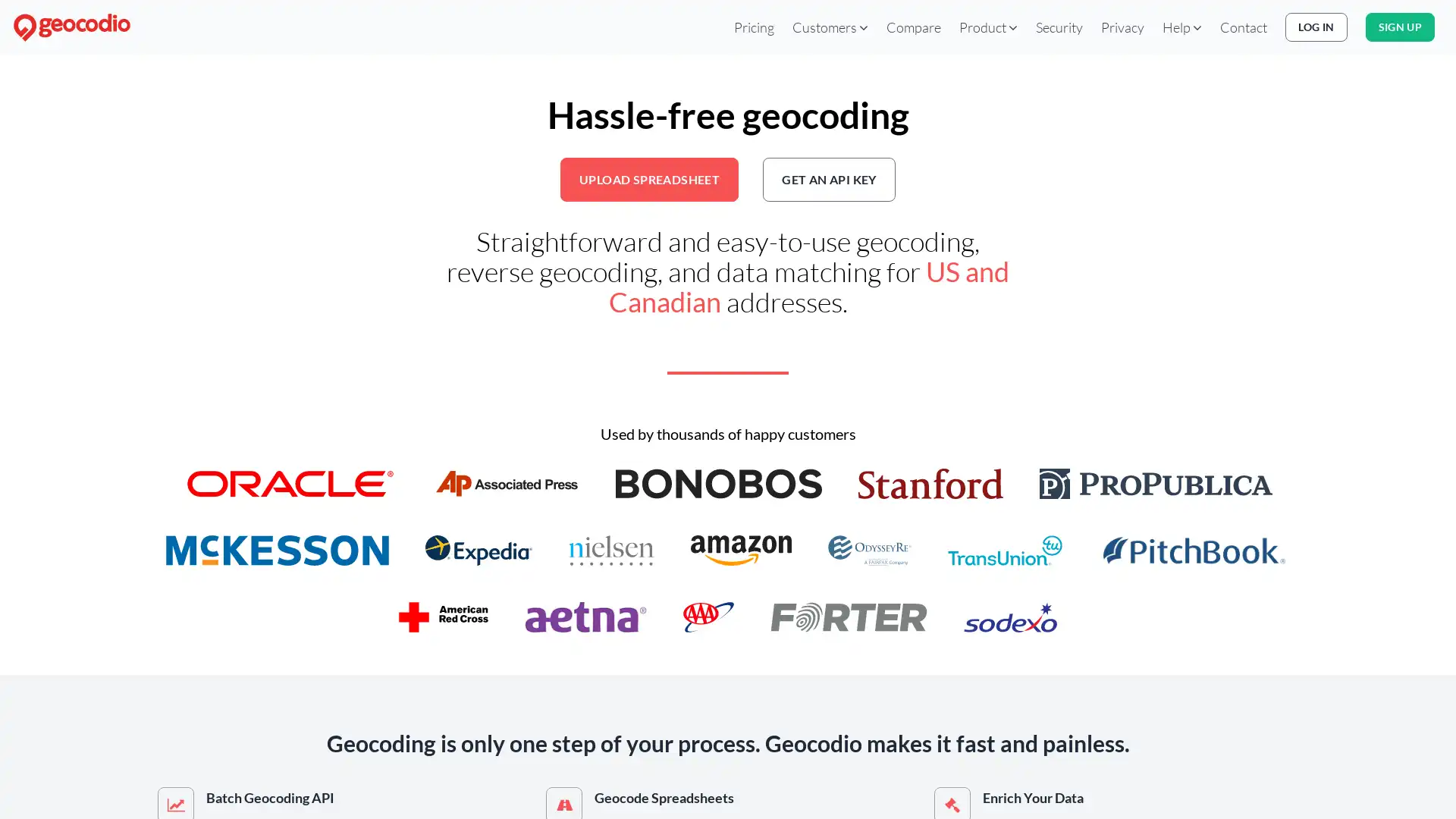 The width and height of the screenshot is (1456, 819). What do you see at coordinates (829, 27) in the screenshot?
I see `Customers` at bounding box center [829, 27].